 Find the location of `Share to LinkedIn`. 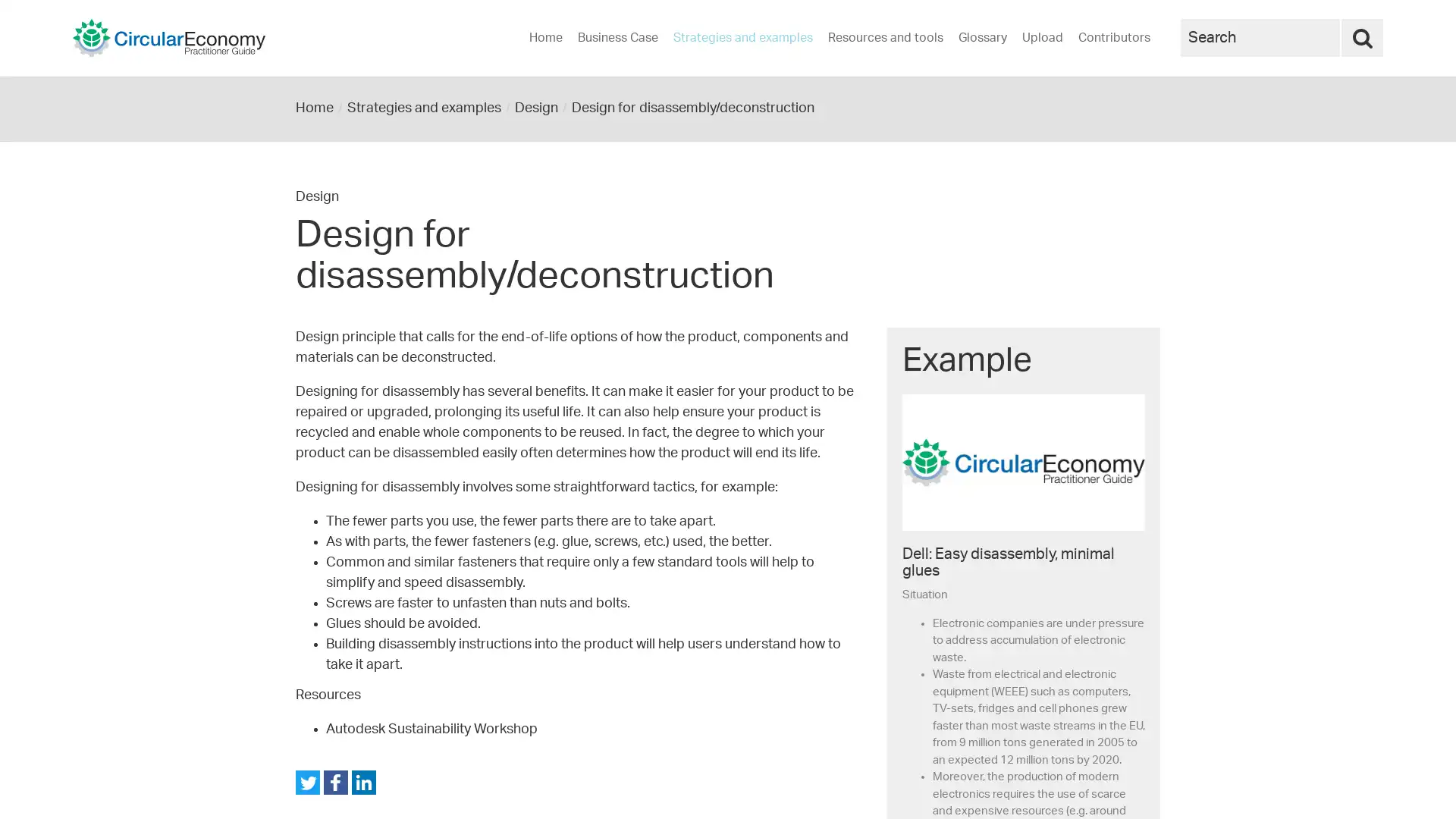

Share to LinkedIn is located at coordinates (364, 783).